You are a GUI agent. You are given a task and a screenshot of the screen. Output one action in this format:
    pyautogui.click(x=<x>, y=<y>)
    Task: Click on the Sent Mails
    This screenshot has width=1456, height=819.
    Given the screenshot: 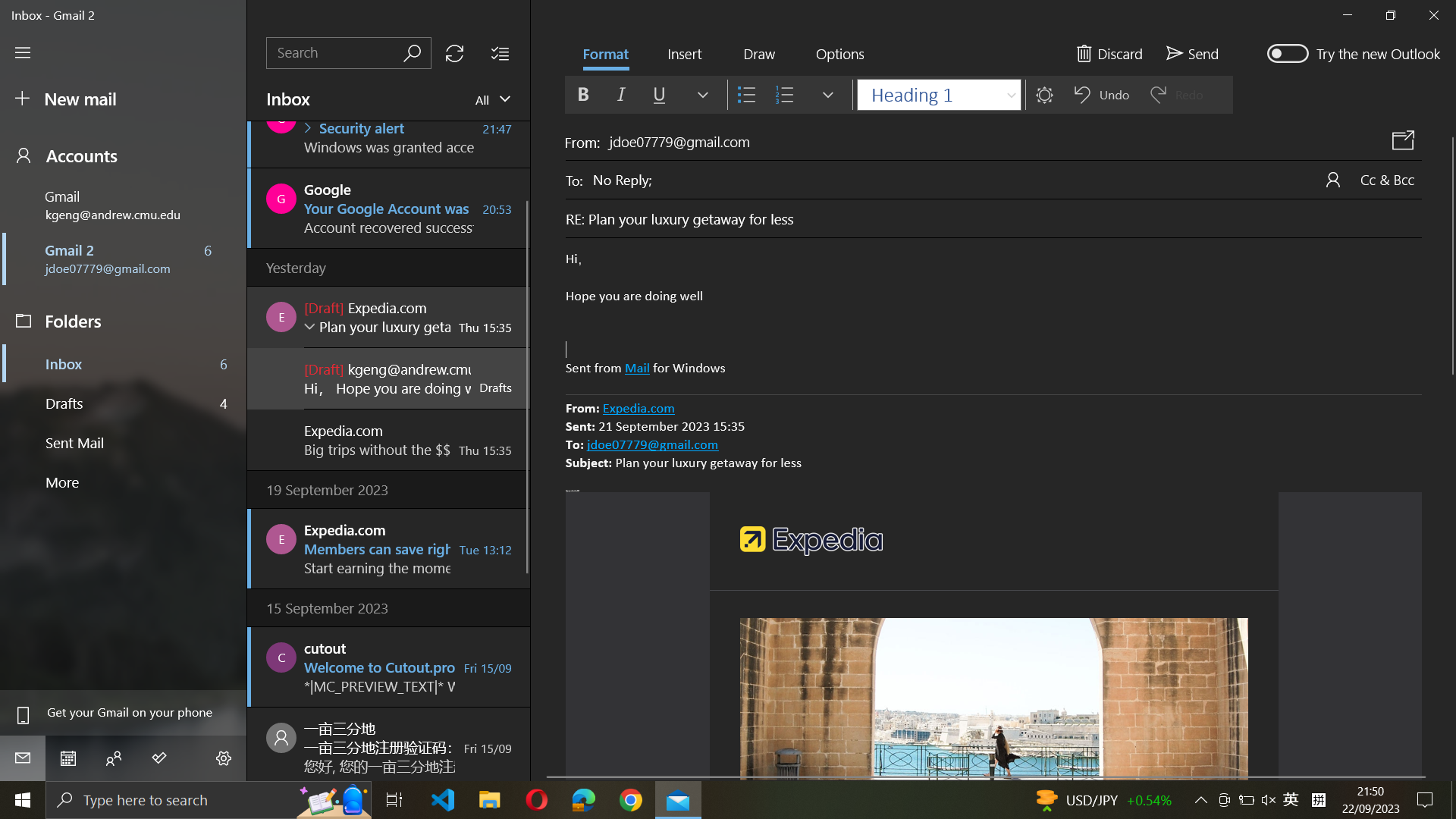 What is the action you would take?
    pyautogui.click(x=124, y=444)
    